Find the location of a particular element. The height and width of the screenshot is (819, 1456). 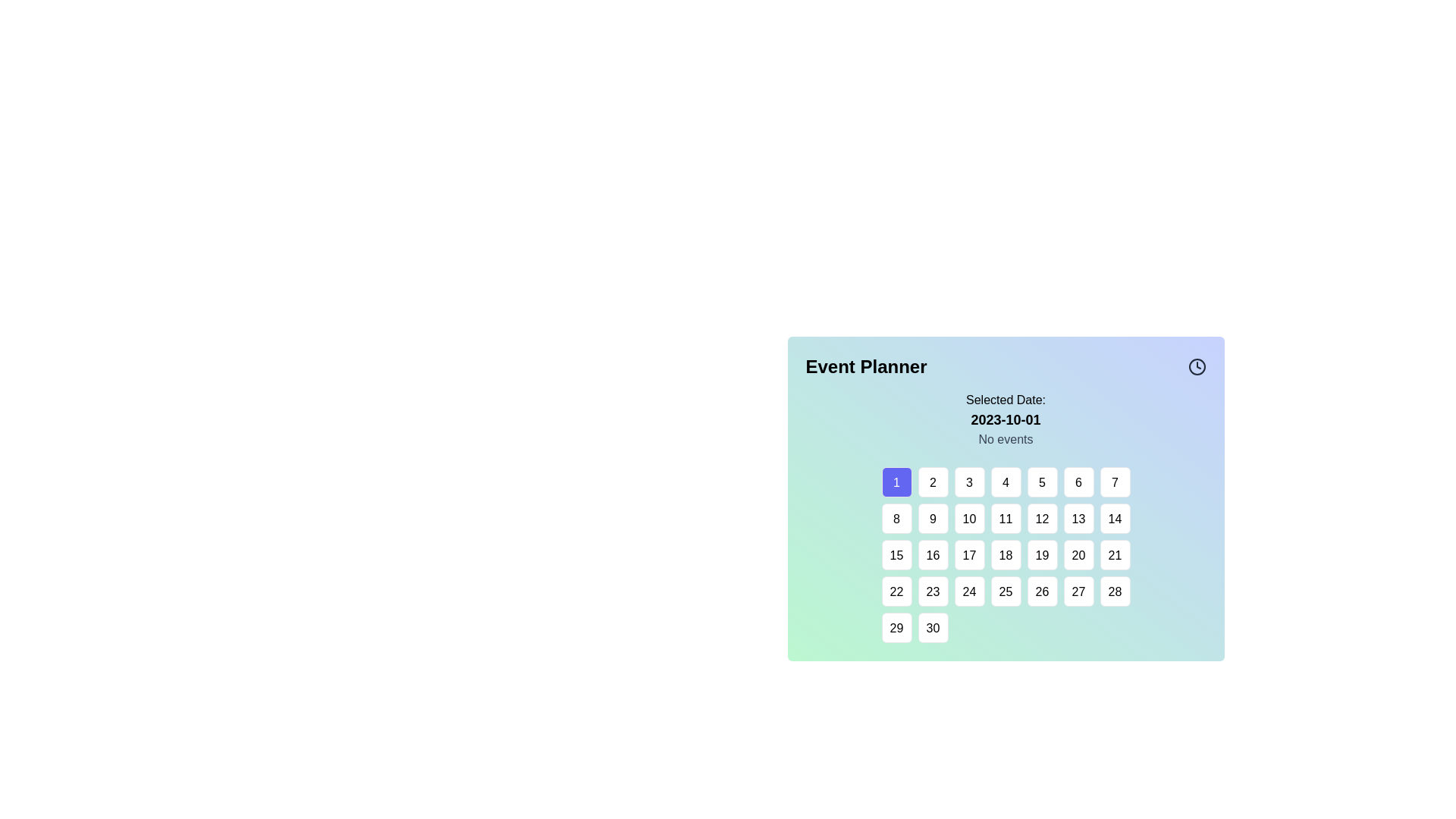

the square button with a white background and black text displaying '11' is located at coordinates (1006, 517).